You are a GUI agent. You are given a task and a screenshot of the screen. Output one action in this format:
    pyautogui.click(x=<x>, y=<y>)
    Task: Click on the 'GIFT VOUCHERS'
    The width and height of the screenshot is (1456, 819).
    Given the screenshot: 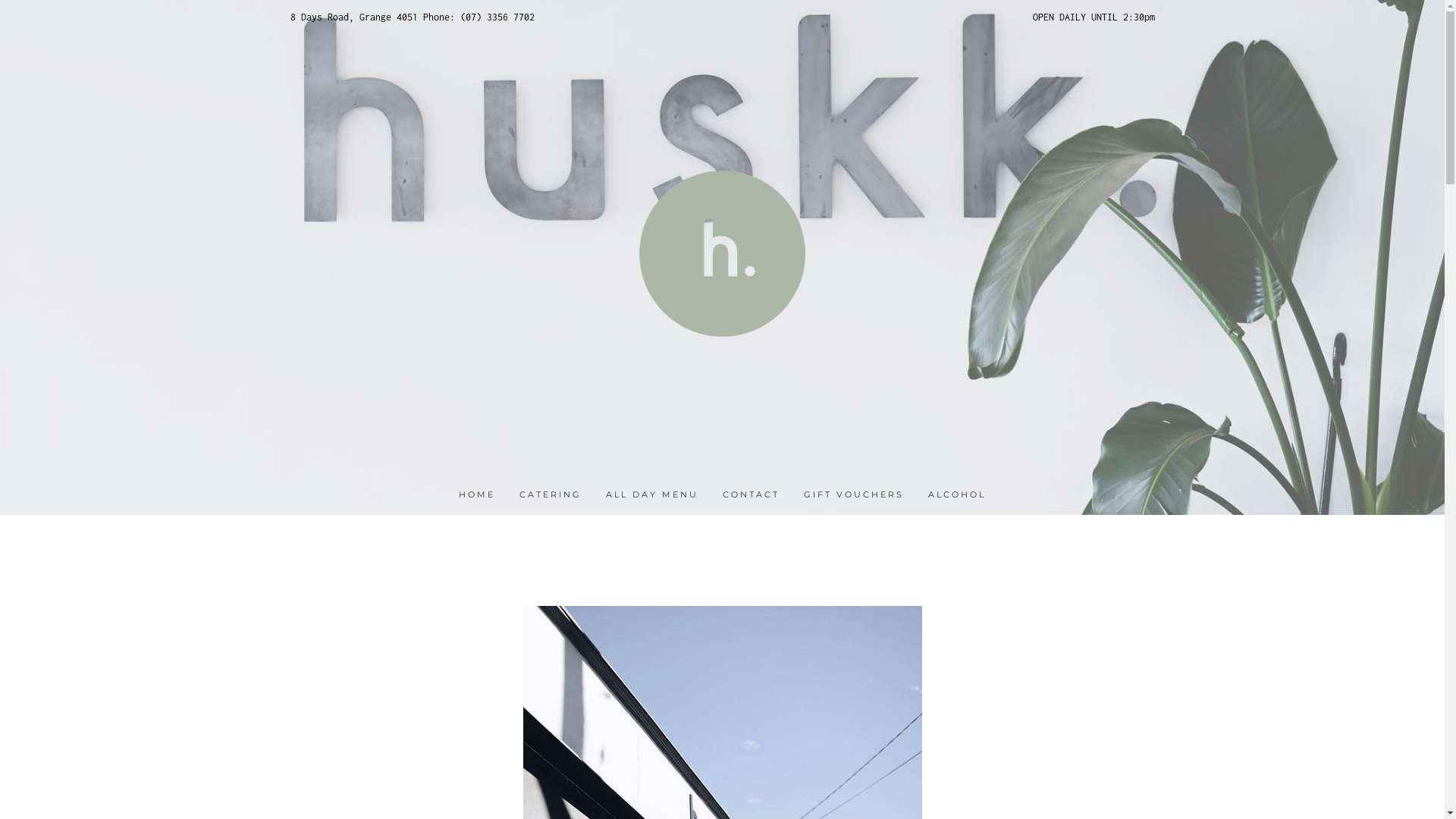 What is the action you would take?
    pyautogui.click(x=854, y=495)
    